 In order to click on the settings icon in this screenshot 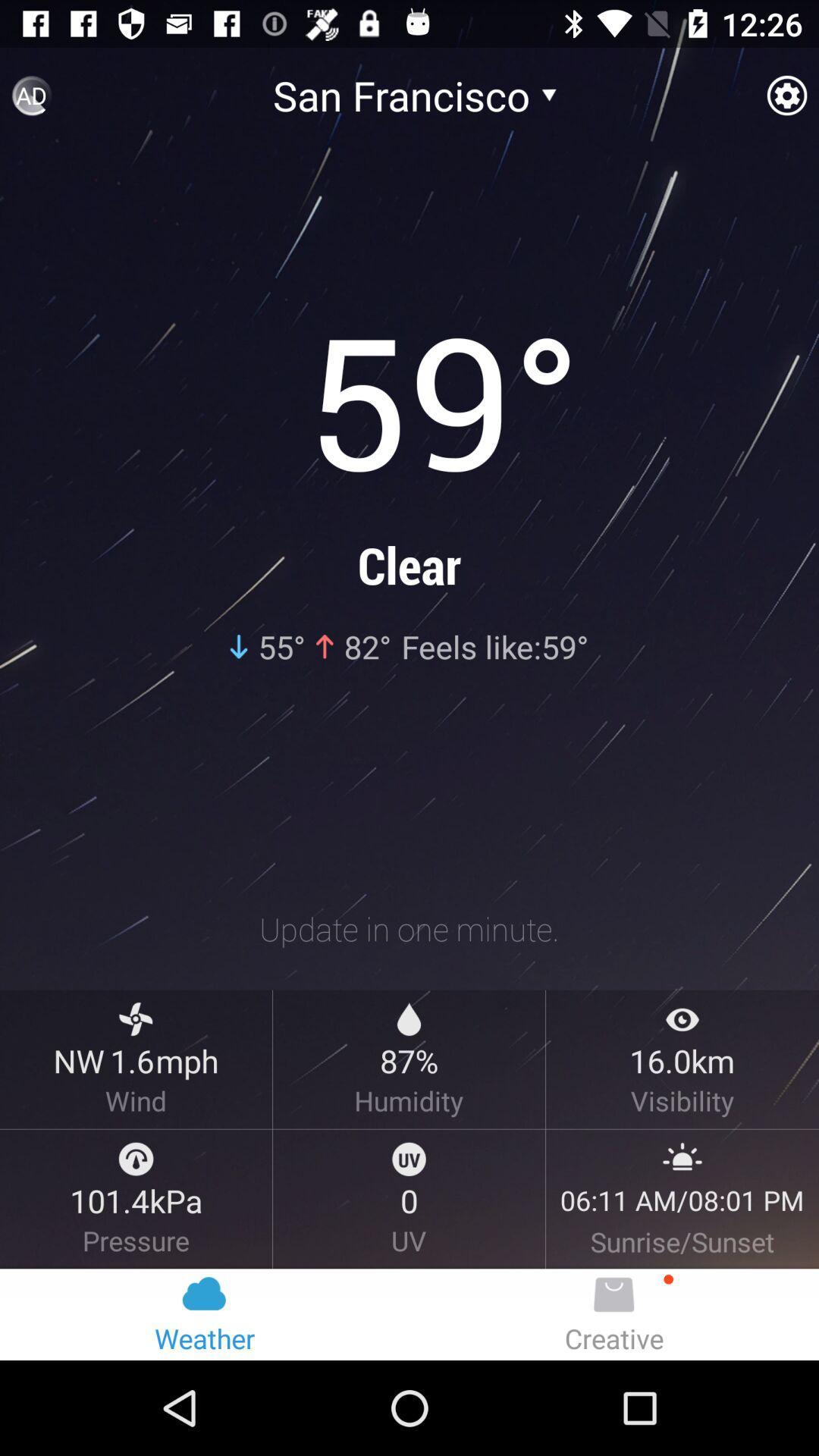, I will do `click(786, 101)`.